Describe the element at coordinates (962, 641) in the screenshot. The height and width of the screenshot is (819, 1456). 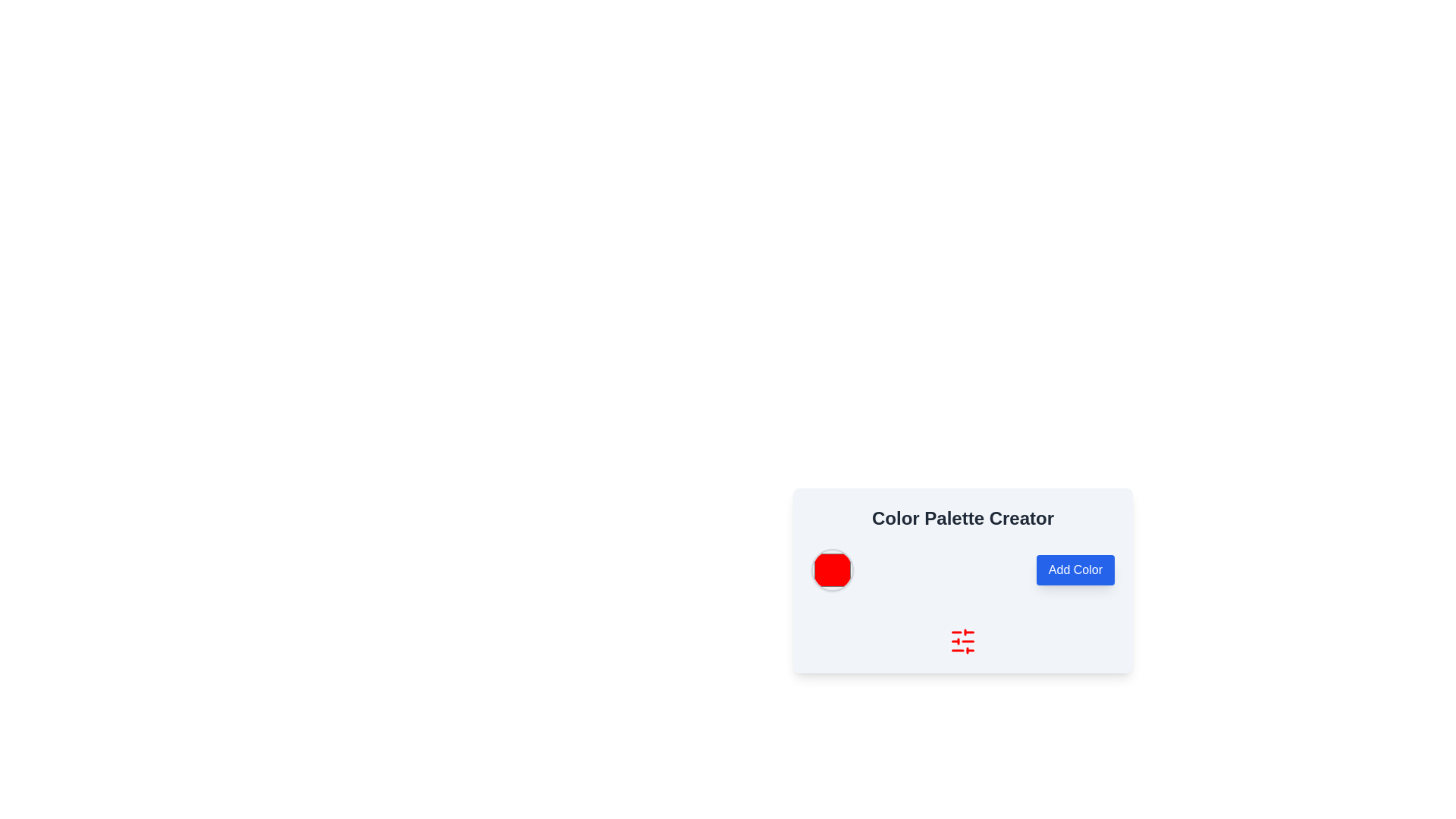
I see `the horizontally oriented icon resembling sliders, which is centrally located beneath the 'Color Palette Creator' title, indicating settings or filtering functionalities` at that location.